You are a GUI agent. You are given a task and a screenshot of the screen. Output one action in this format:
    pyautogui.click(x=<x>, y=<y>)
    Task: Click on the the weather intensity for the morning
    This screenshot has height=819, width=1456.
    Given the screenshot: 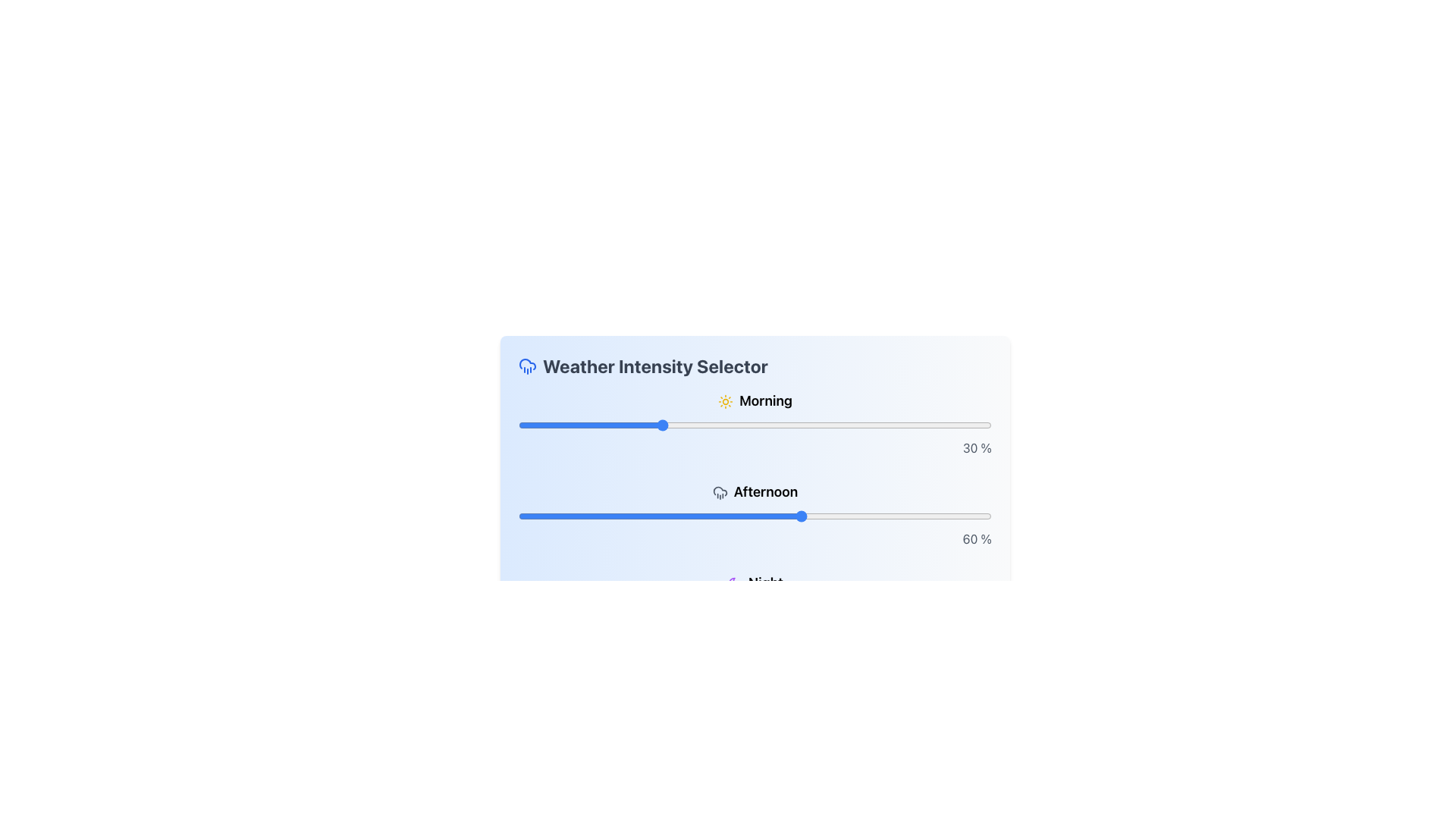 What is the action you would take?
    pyautogui.click(x=698, y=425)
    